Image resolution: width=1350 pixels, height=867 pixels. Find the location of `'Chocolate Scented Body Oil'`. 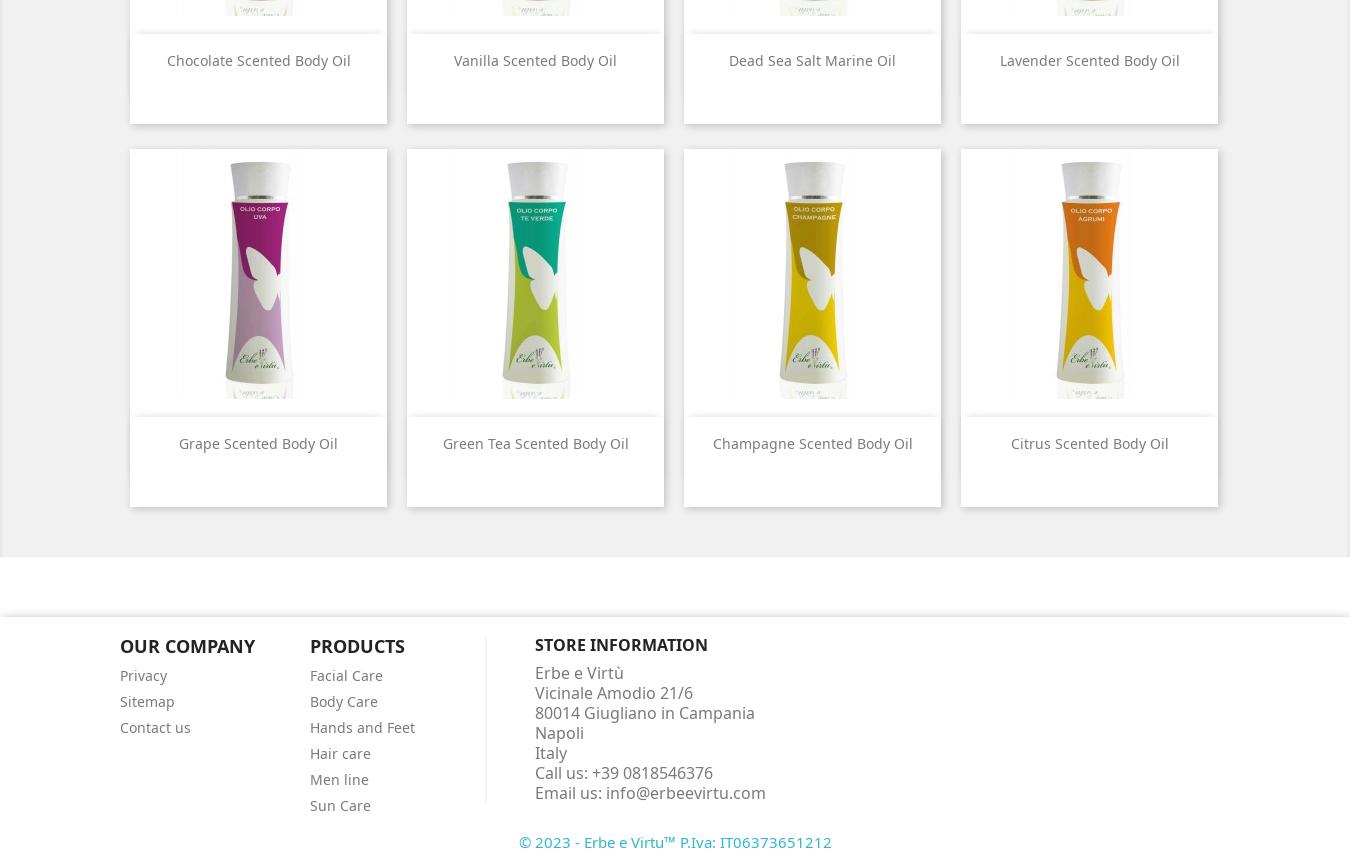

'Chocolate Scented Body Oil' is located at coordinates (256, 60).